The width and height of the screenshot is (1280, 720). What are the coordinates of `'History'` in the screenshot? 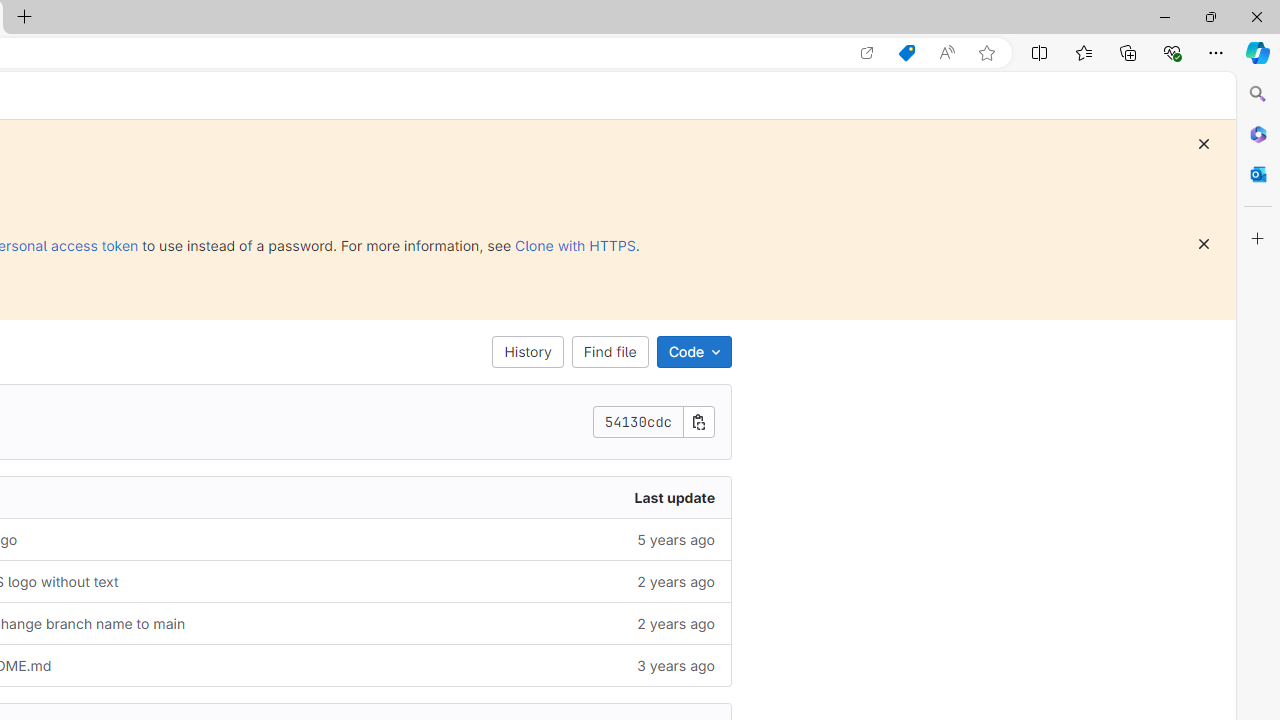 It's located at (528, 351).